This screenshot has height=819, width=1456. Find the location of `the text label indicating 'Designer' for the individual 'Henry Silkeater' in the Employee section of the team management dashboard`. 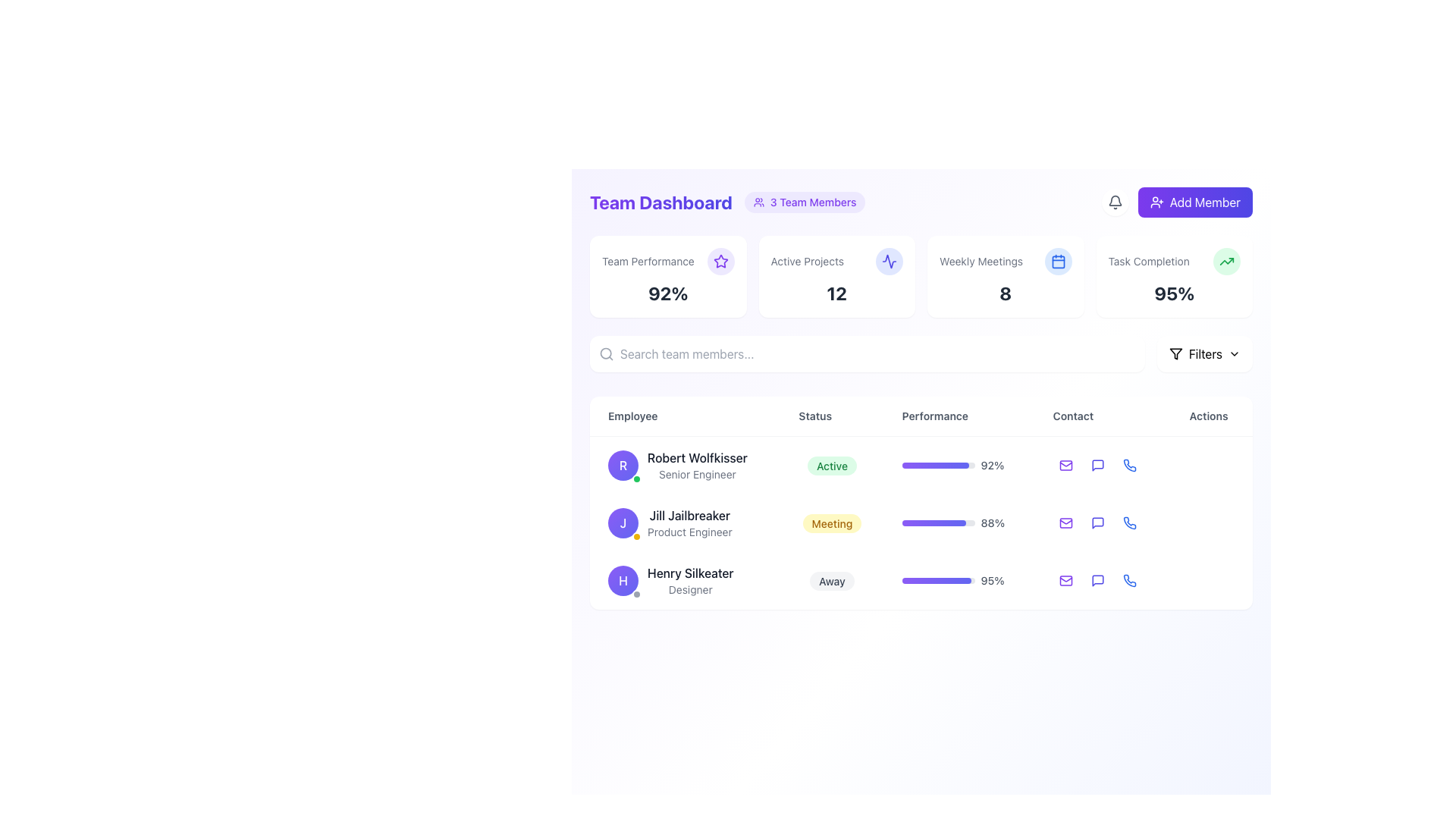

the text label indicating 'Designer' for the individual 'Henry Silkeater' in the Employee section of the team management dashboard is located at coordinates (689, 589).